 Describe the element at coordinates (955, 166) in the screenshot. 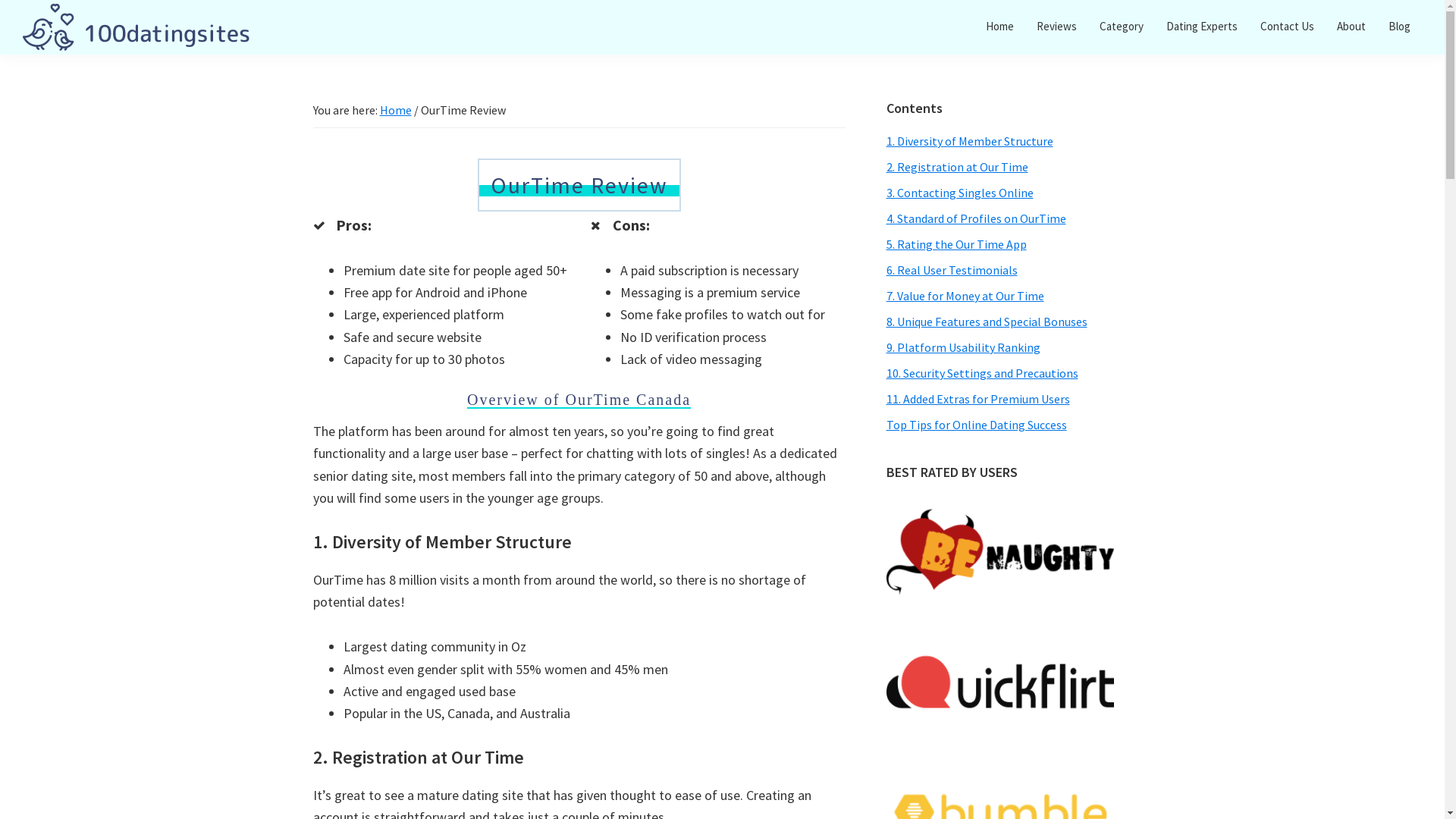

I see `'2. Registration at Our Time'` at that location.